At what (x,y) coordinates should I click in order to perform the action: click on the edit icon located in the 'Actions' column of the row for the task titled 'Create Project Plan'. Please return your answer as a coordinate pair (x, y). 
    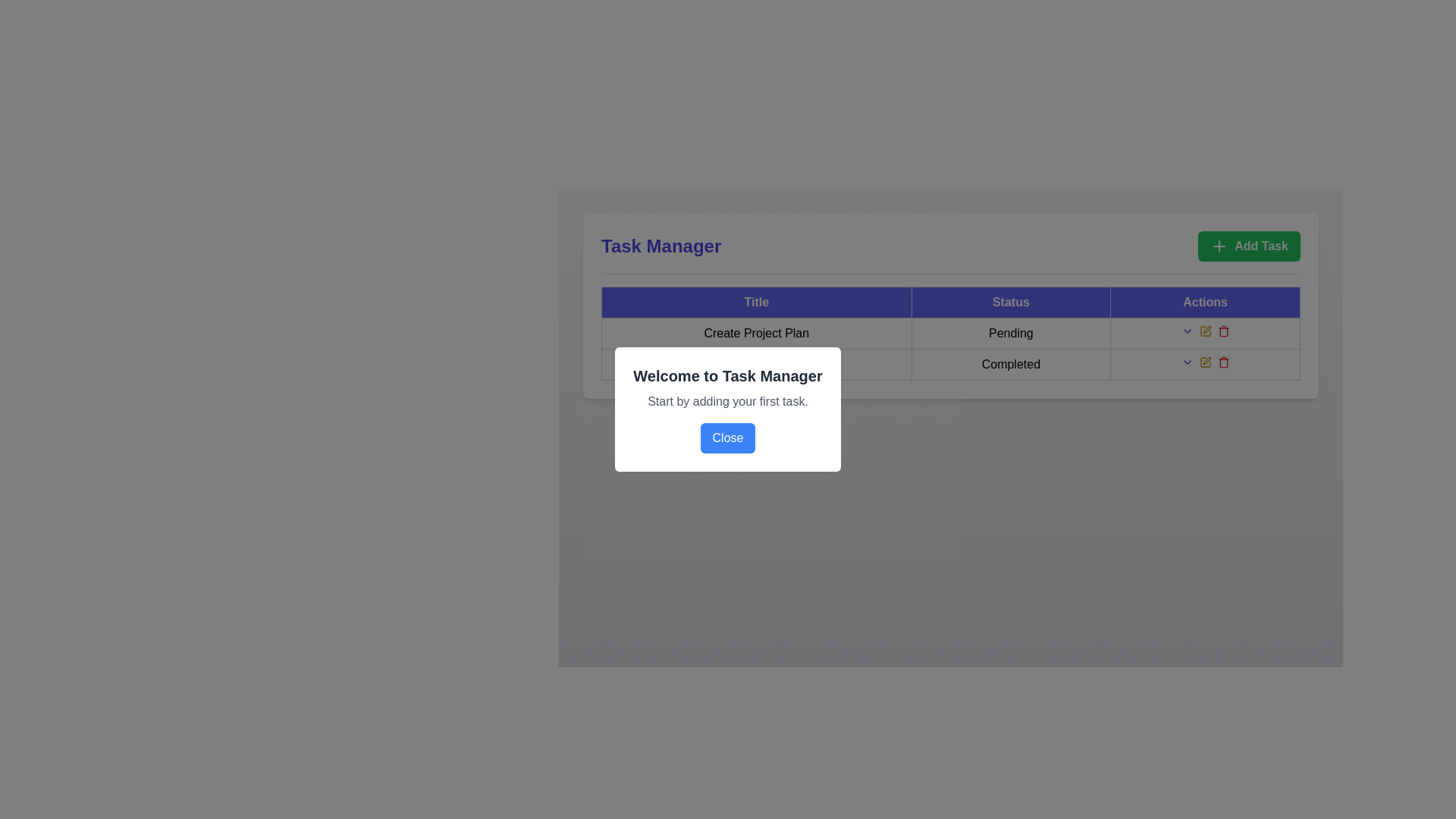
    Looking at the image, I should click on (1206, 360).